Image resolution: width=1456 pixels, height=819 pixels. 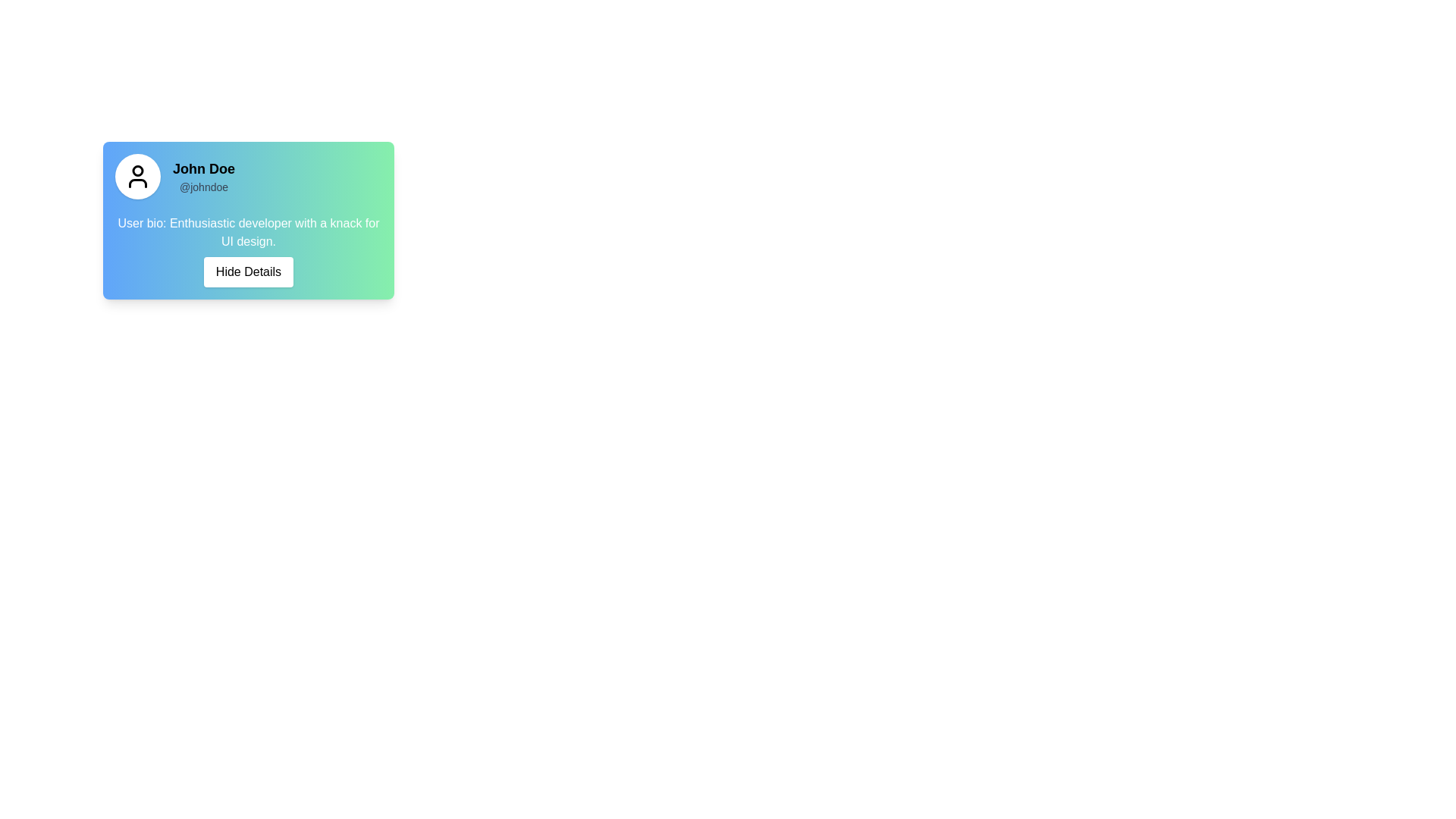 I want to click on the text block containing the header 'John Doe' and subheader '@johndoe', which is located to the right of the avatar image on a gradient background, so click(x=202, y=175).